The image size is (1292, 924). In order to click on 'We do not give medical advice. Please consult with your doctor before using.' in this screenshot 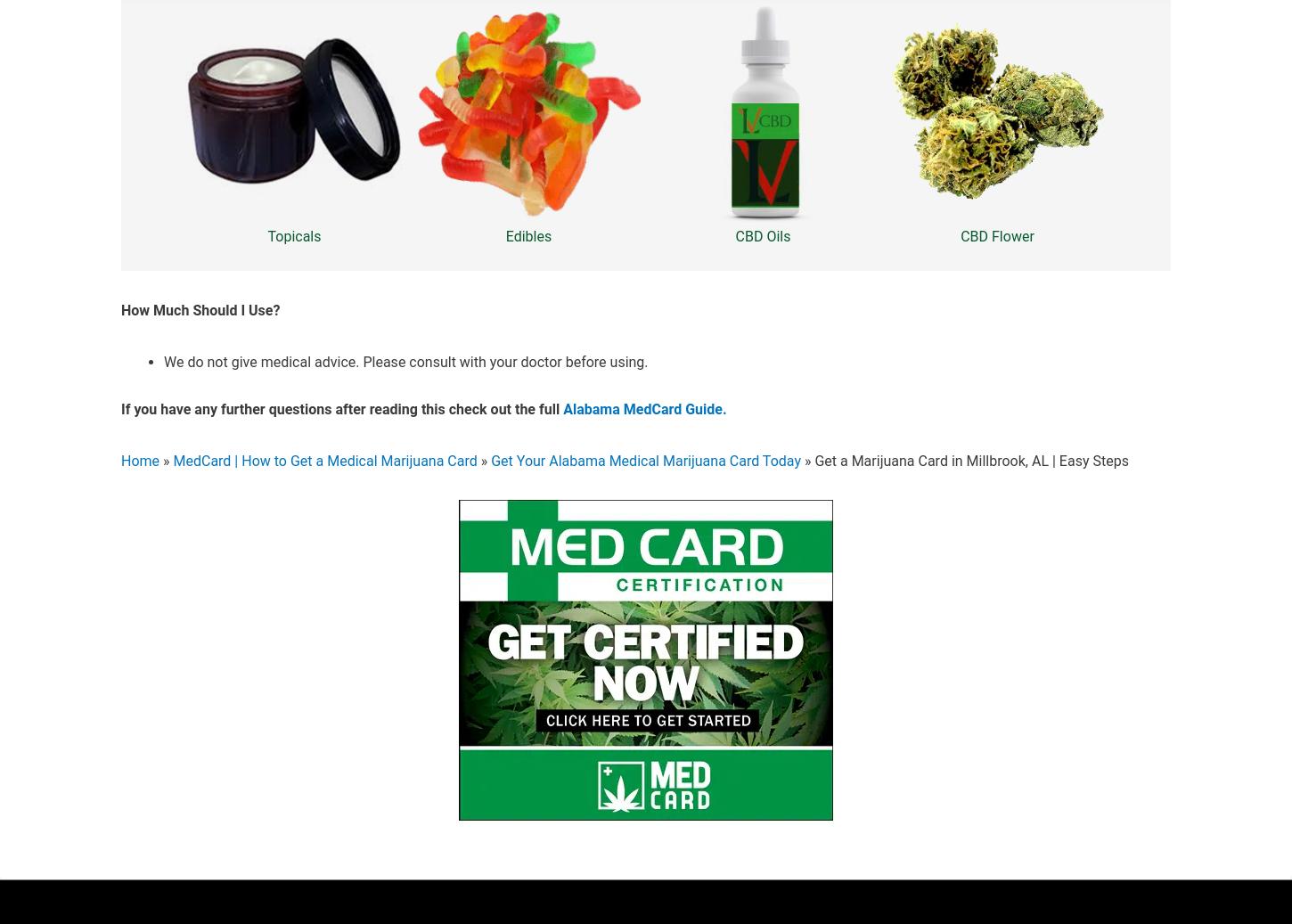, I will do `click(405, 360)`.